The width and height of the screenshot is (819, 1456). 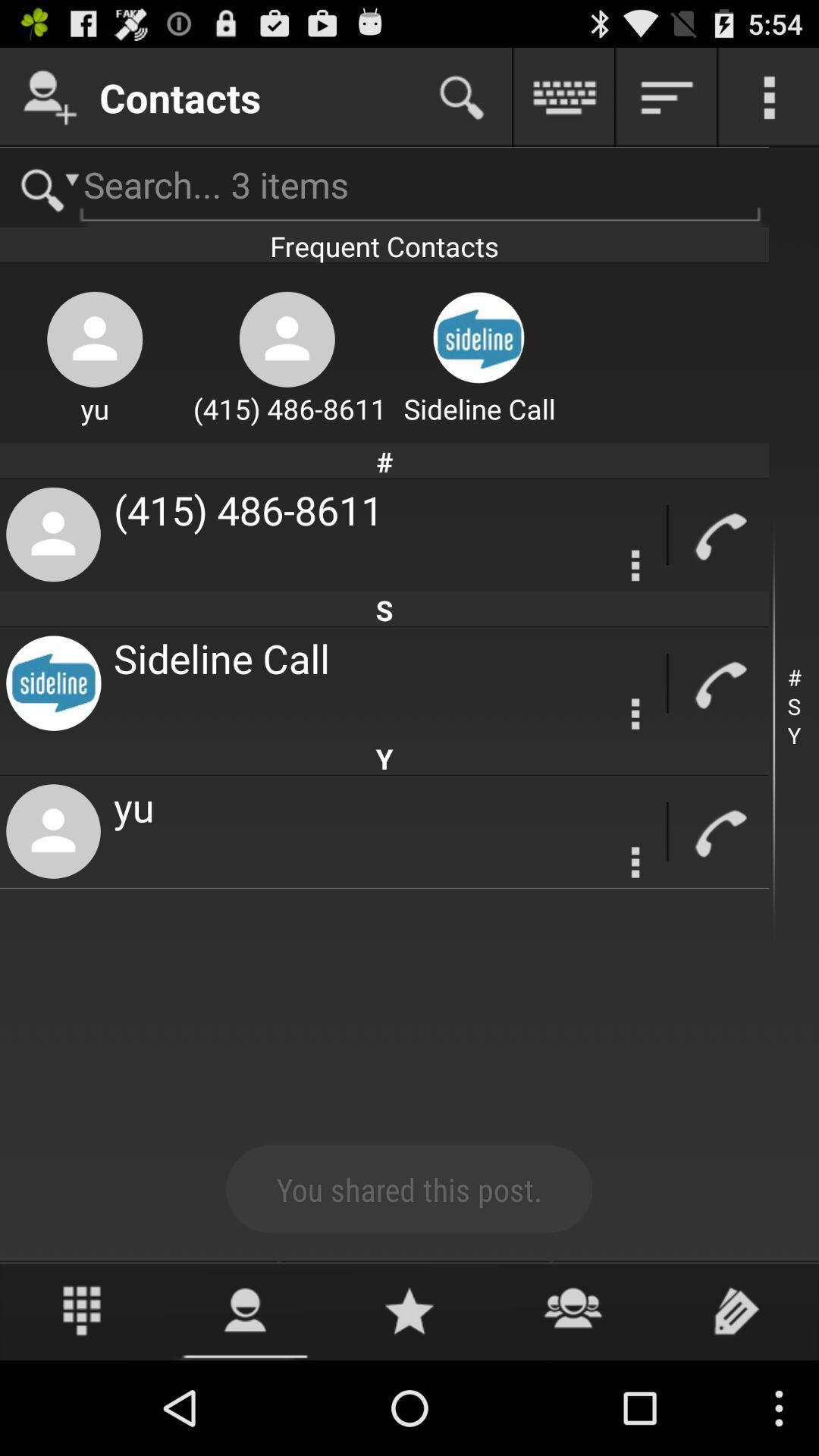 I want to click on contacts button, so click(x=49, y=96).